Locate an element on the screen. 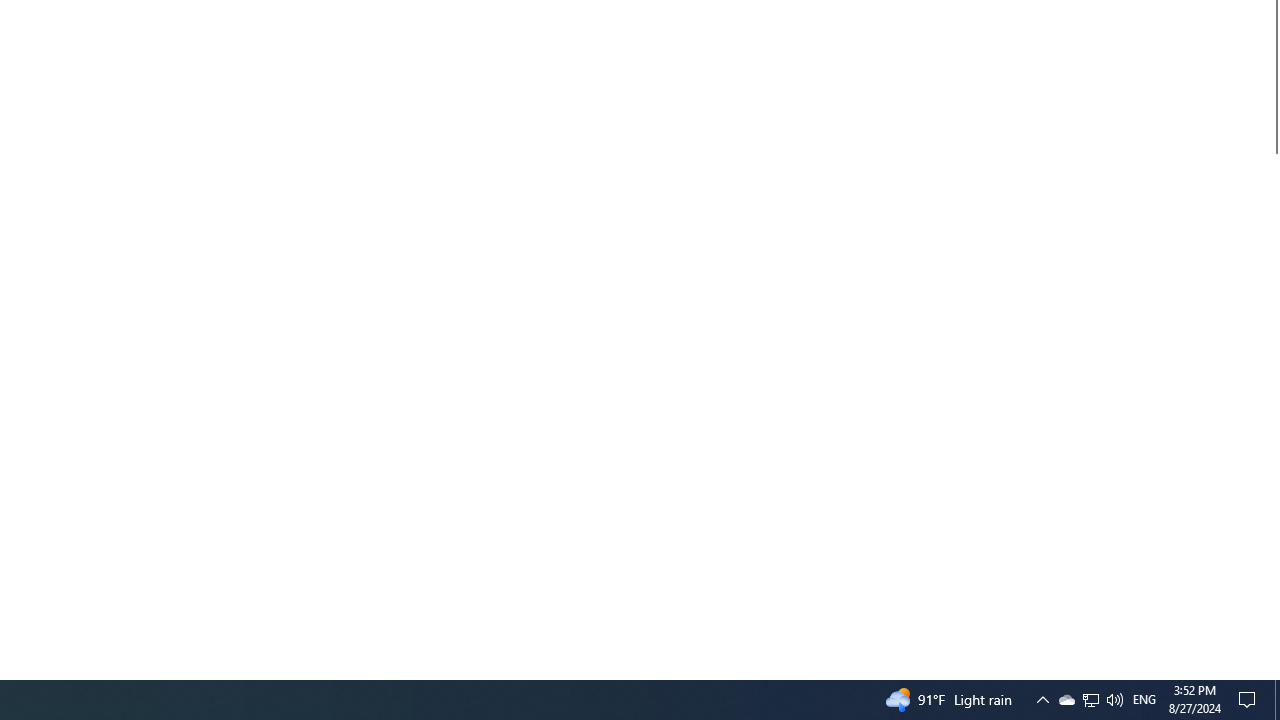 The height and width of the screenshot is (720, 1280). 'Notification Chevron' is located at coordinates (1089, 698).